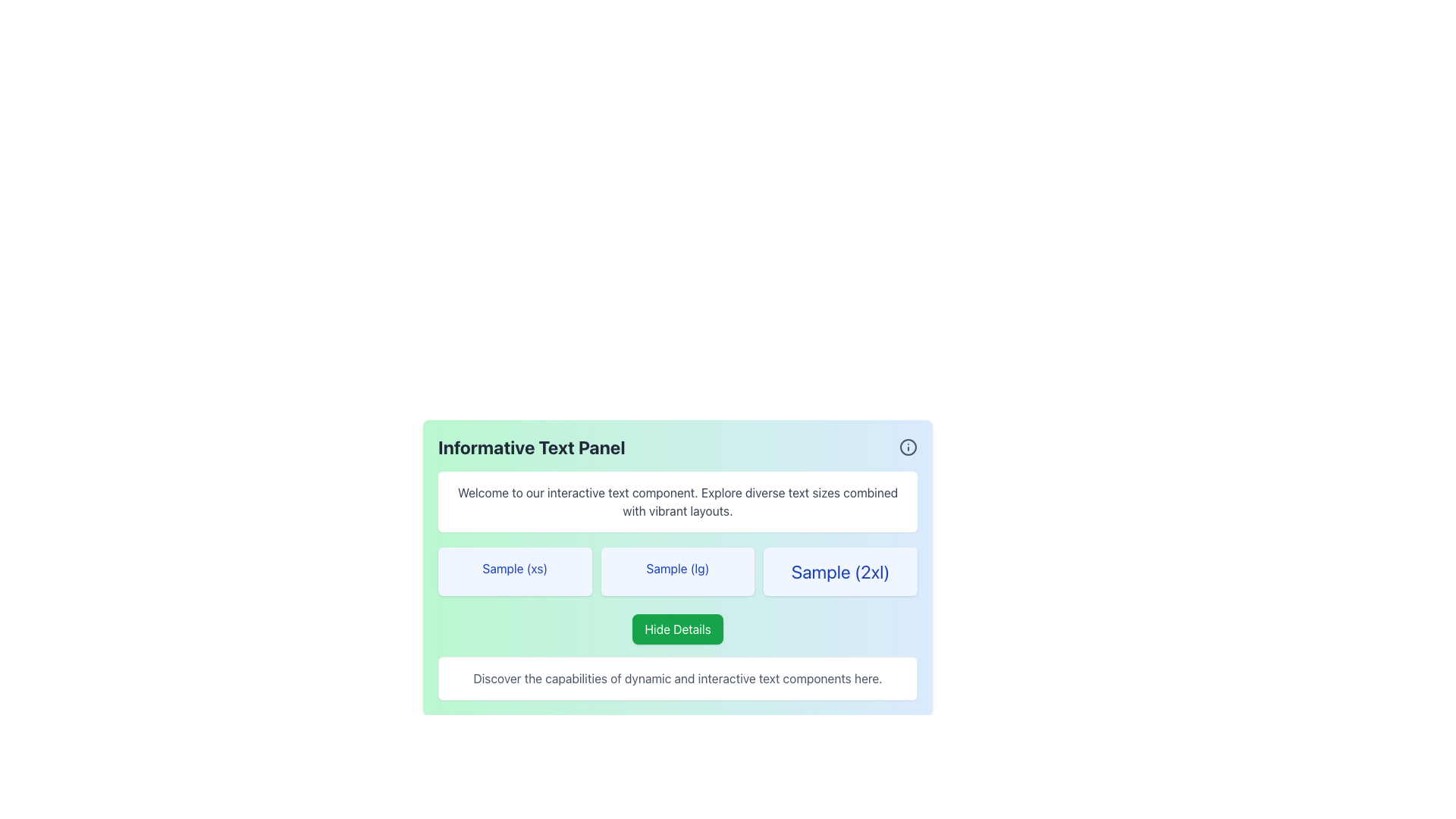 The image size is (1456, 819). What do you see at coordinates (676, 677) in the screenshot?
I see `the label displaying 'Discover the capabilities of dynamic and interactive text components here.' which is styled in gray font and located beneath the 'Hide Details' green button` at bounding box center [676, 677].